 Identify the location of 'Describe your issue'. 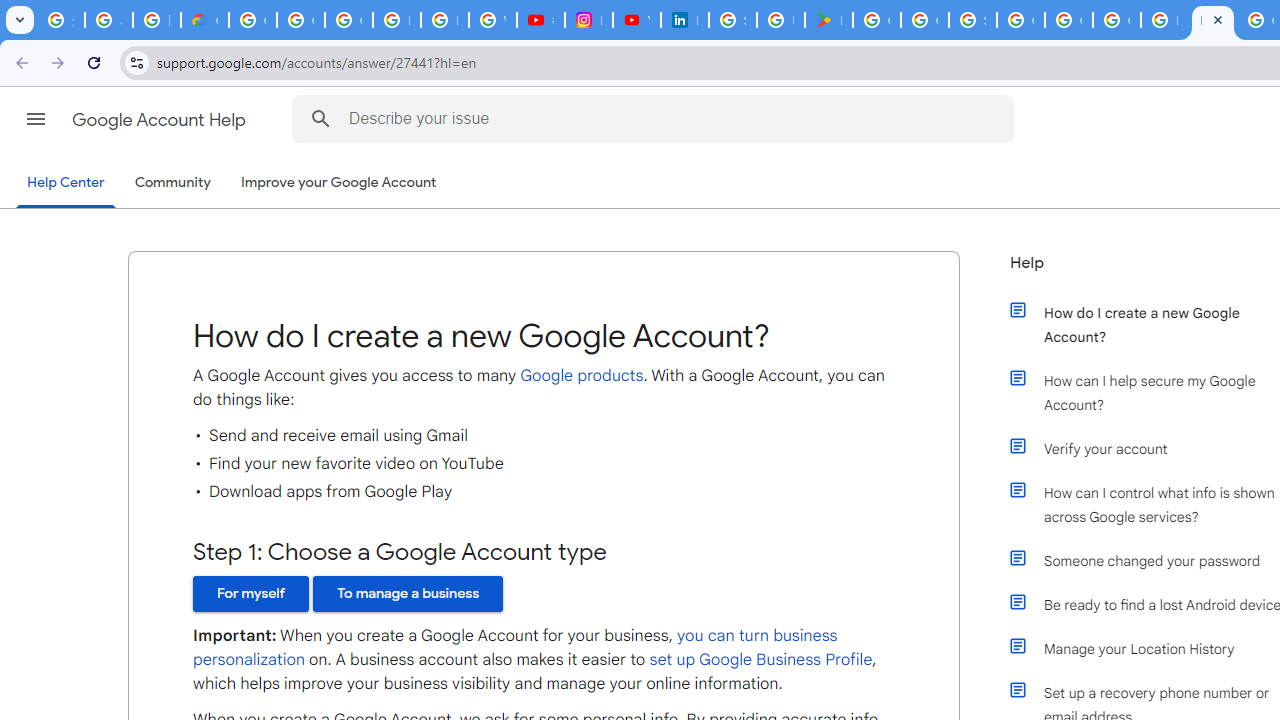
(656, 118).